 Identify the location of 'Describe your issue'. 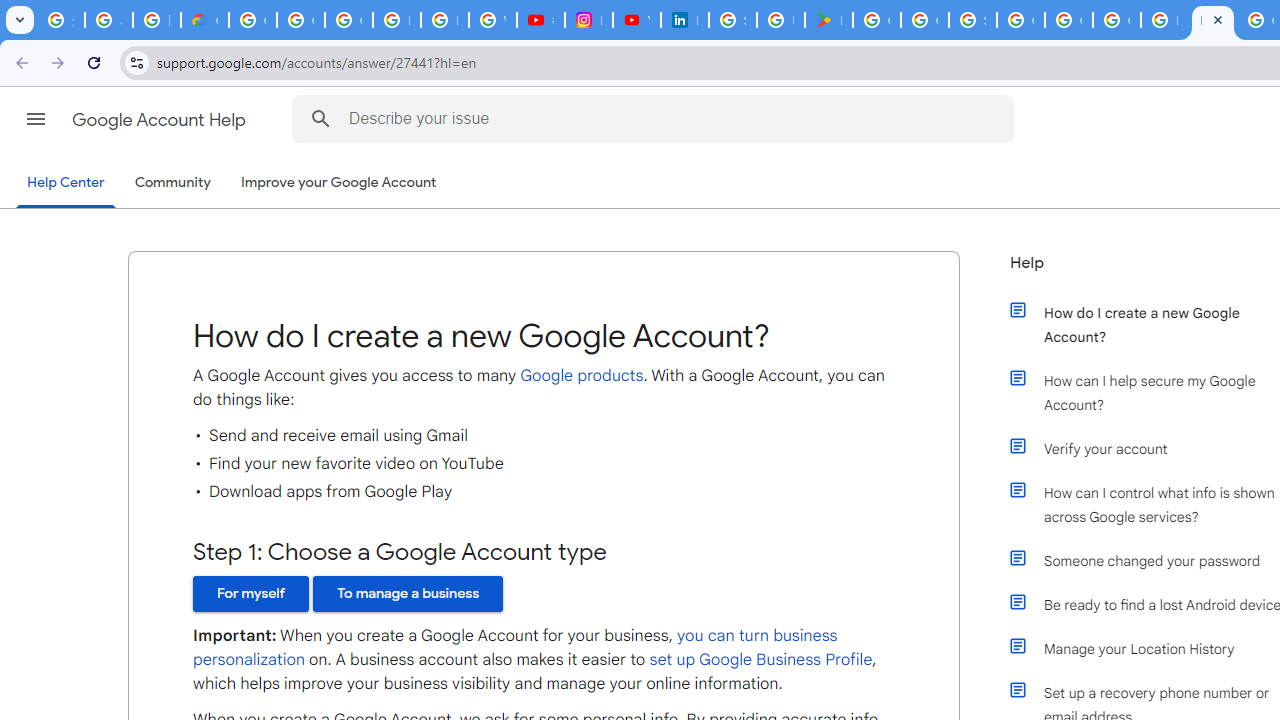
(656, 118).